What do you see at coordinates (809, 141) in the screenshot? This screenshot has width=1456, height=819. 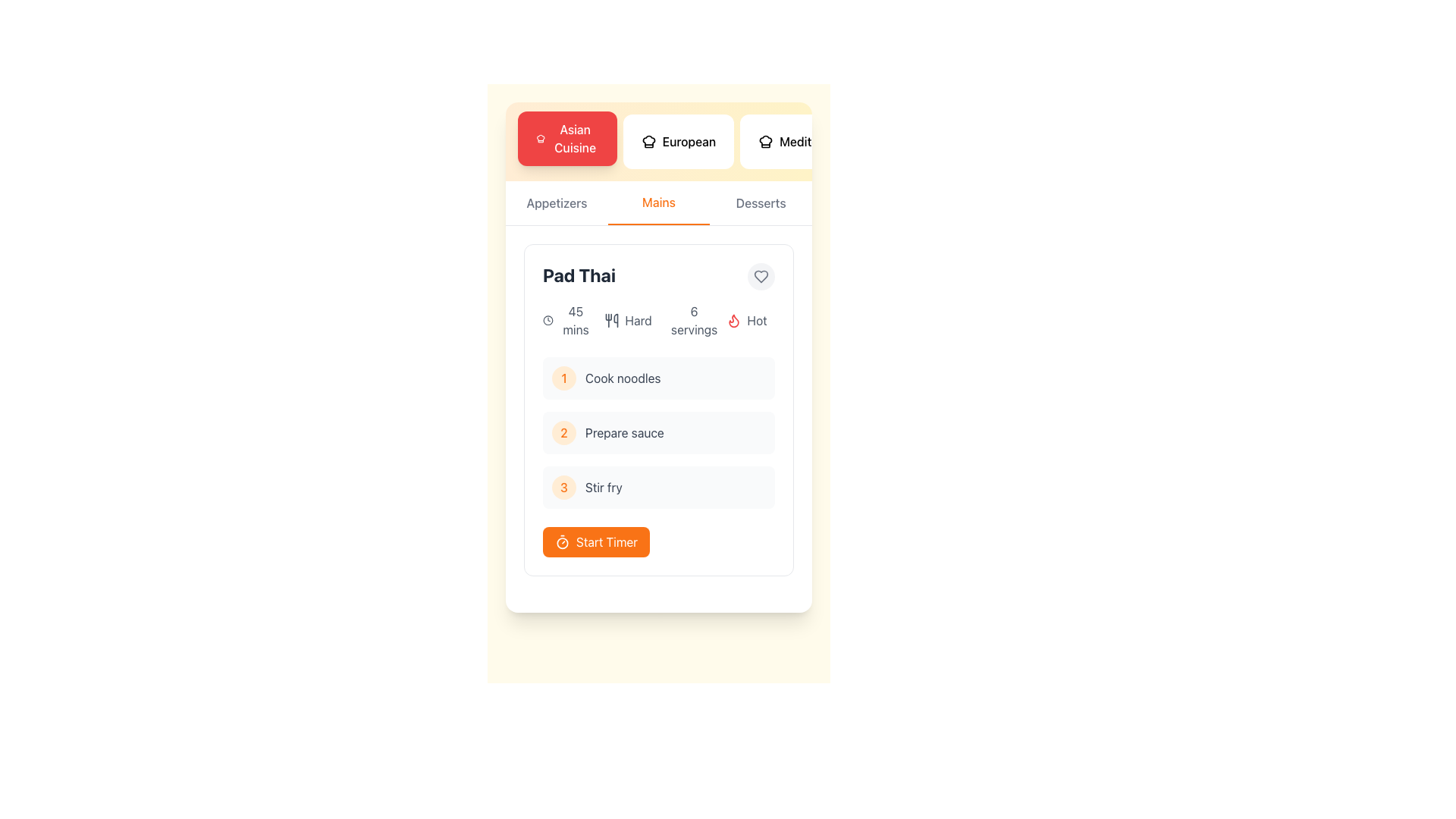 I see `the 'Mediterranean' button, which is the rightmost button in a row of three buttons (preceded by 'Asian Cuisine' and 'European')` at bounding box center [809, 141].